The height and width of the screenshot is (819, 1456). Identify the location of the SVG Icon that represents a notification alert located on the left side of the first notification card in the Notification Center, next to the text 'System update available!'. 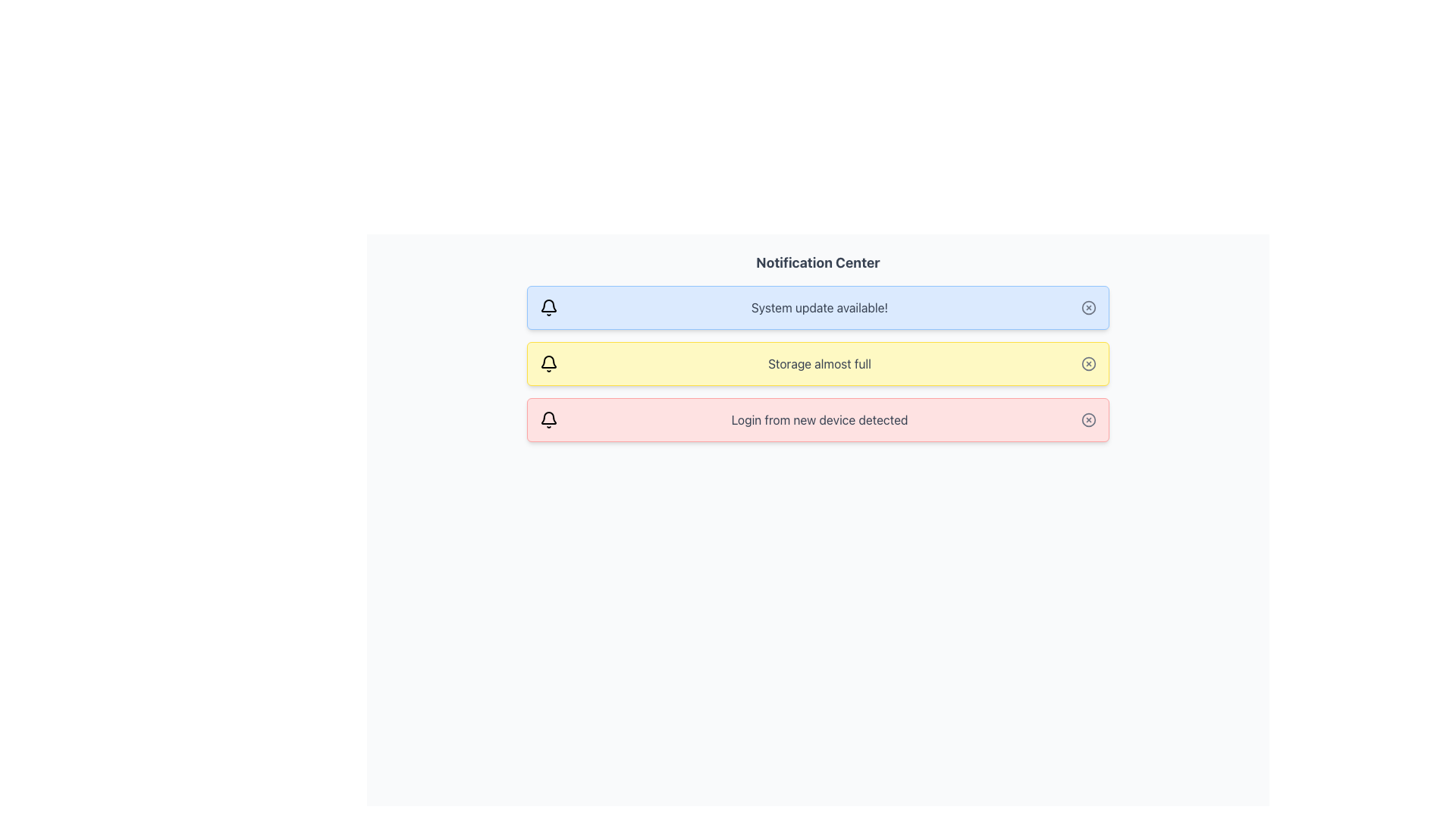
(548, 306).